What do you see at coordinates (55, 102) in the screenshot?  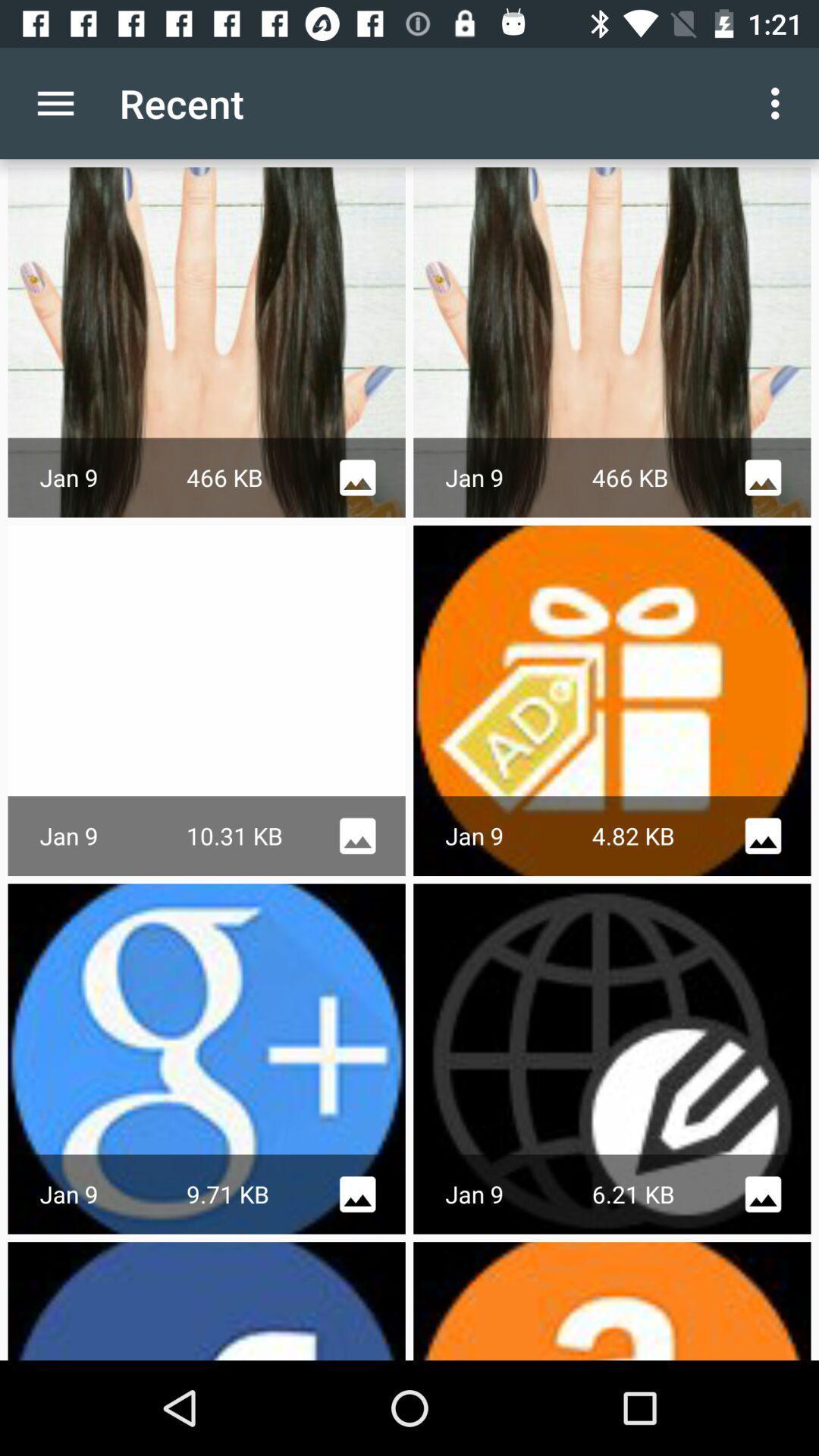 I see `the icon to the left of recent app` at bounding box center [55, 102].